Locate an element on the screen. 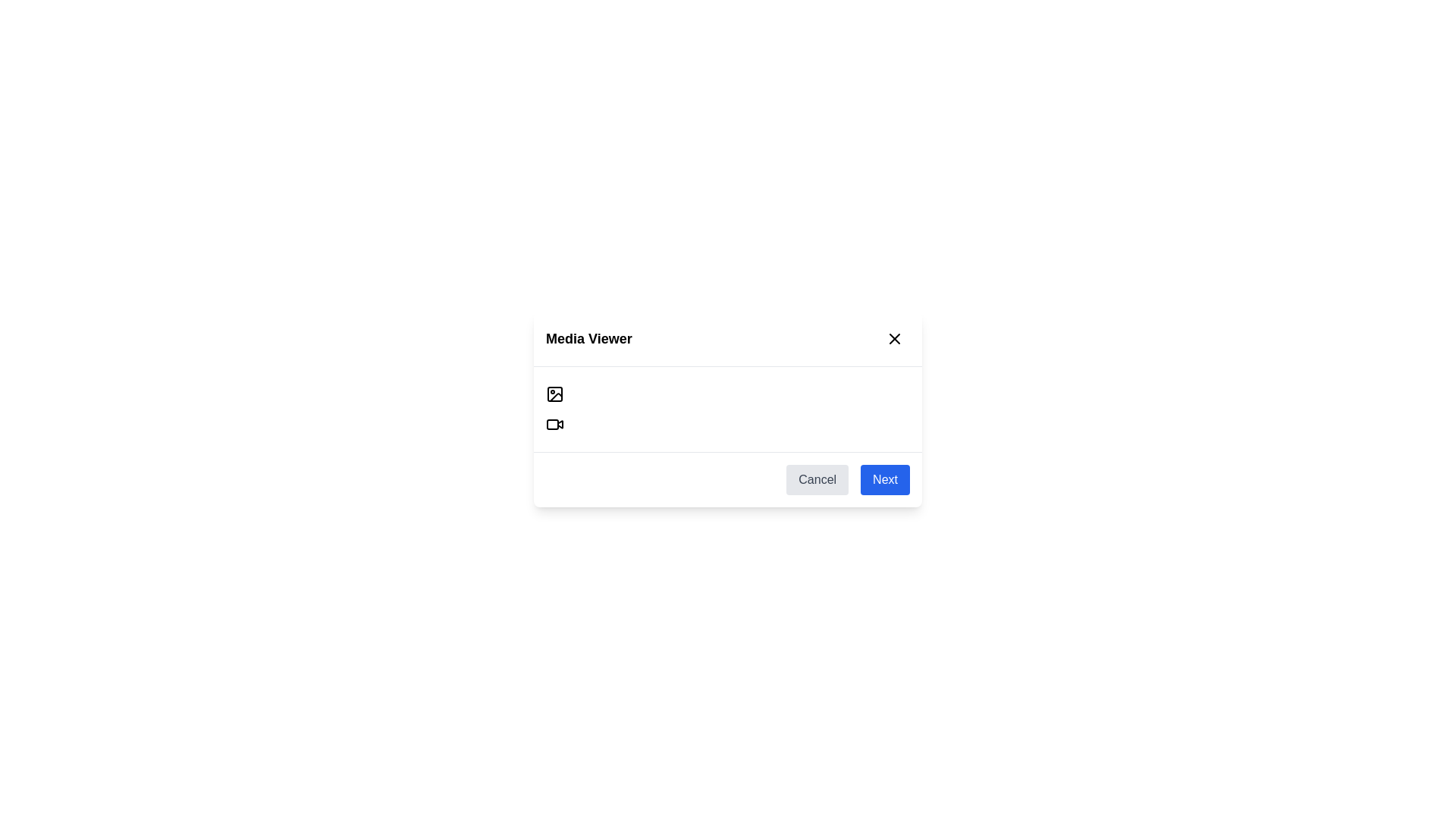 The width and height of the screenshot is (1456, 819). the blue rectangular button labeled 'Next' located on the bottom-right side of the dialog box to proceed is located at coordinates (885, 479).